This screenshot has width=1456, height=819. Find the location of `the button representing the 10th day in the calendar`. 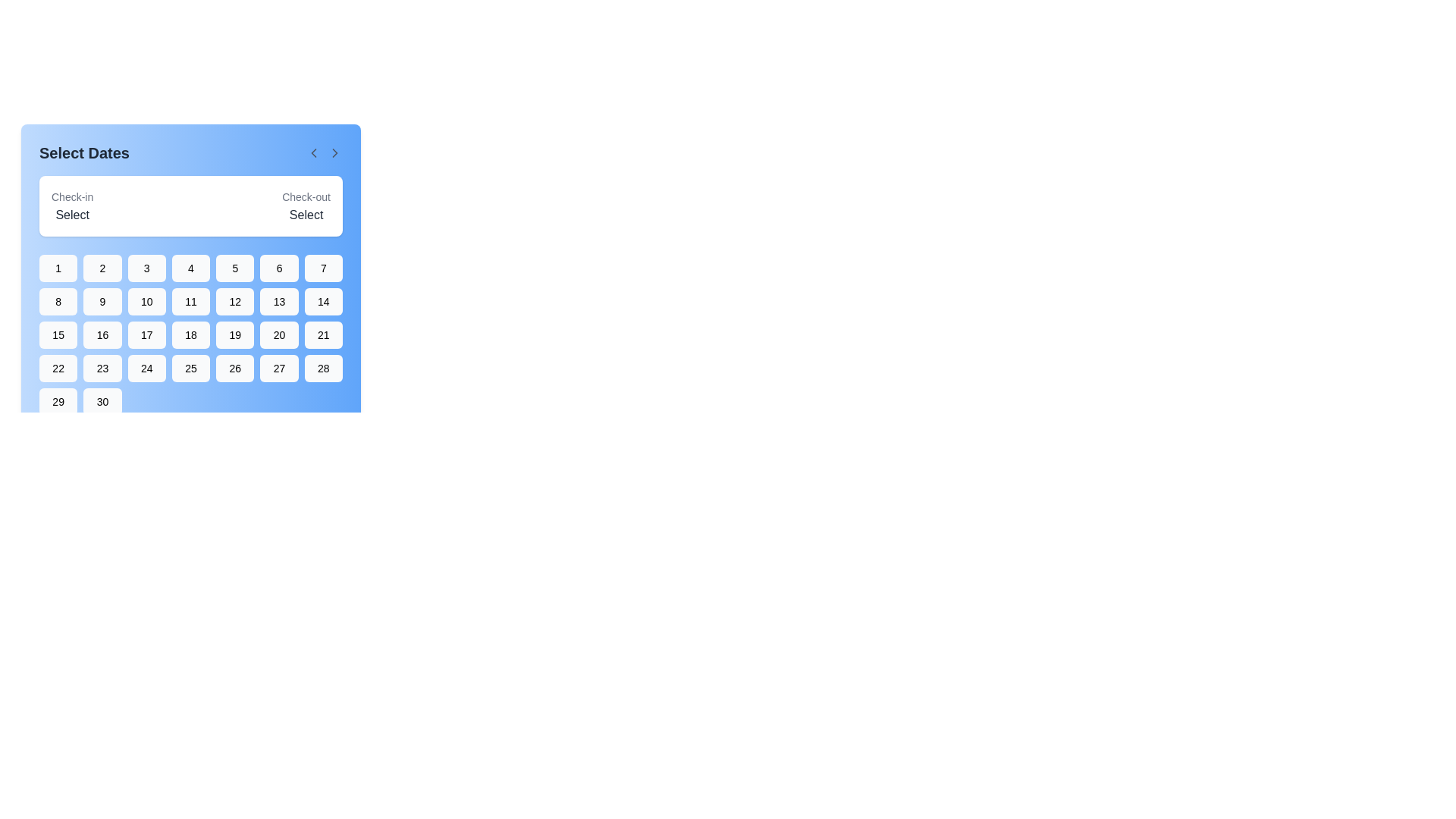

the button representing the 10th day in the calendar is located at coordinates (146, 301).